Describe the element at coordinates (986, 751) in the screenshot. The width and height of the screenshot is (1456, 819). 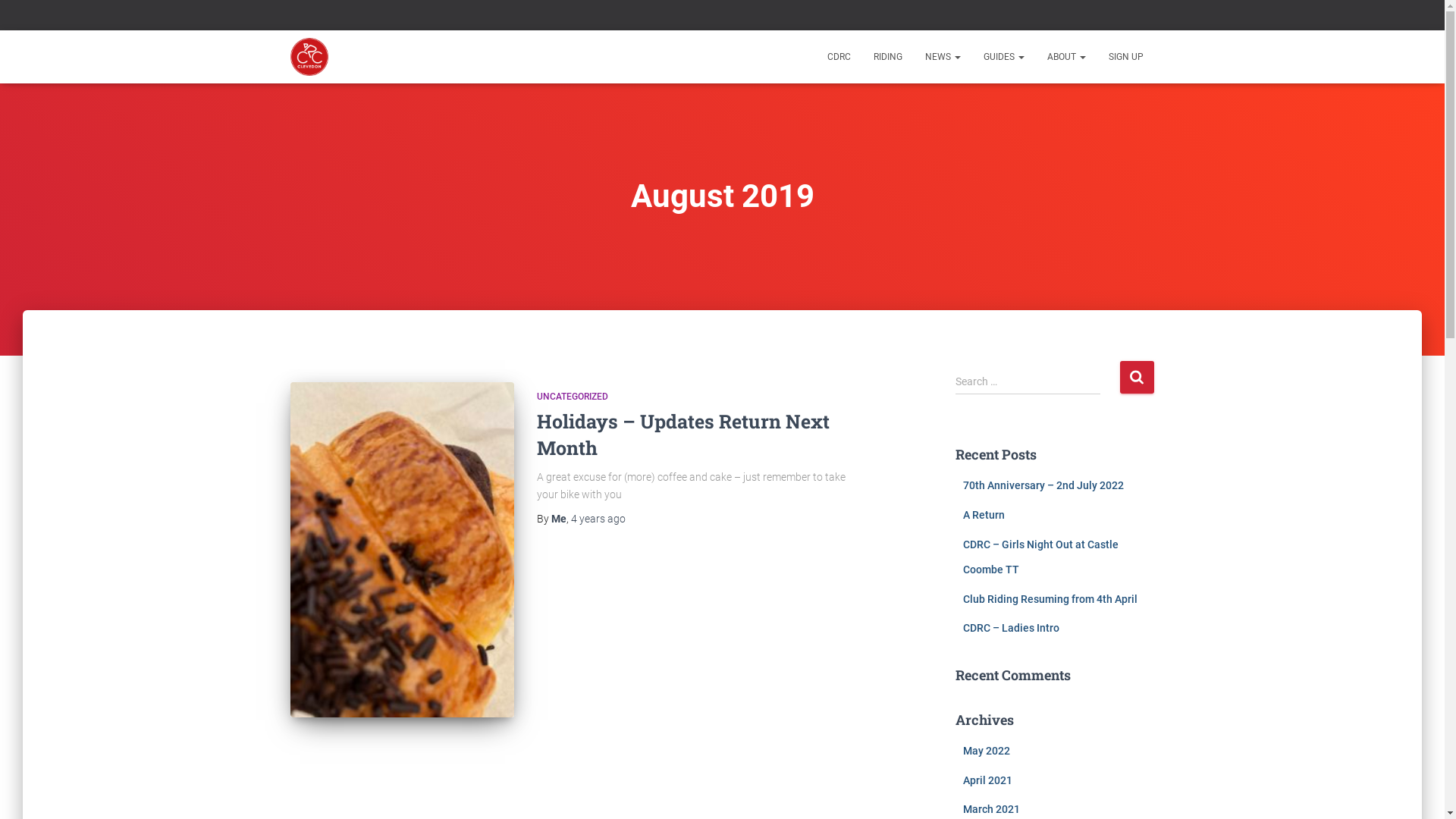
I see `'May 2022'` at that location.